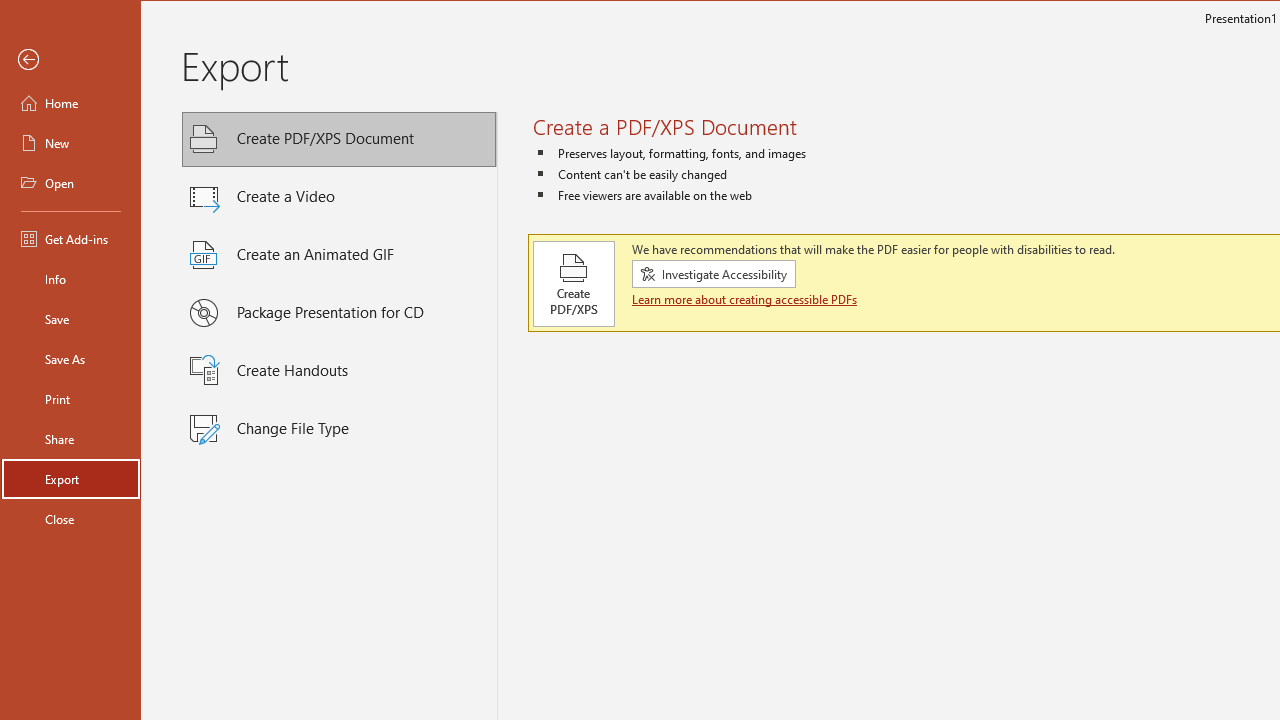  What do you see at coordinates (71, 238) in the screenshot?
I see `'Get Add-ins'` at bounding box center [71, 238].